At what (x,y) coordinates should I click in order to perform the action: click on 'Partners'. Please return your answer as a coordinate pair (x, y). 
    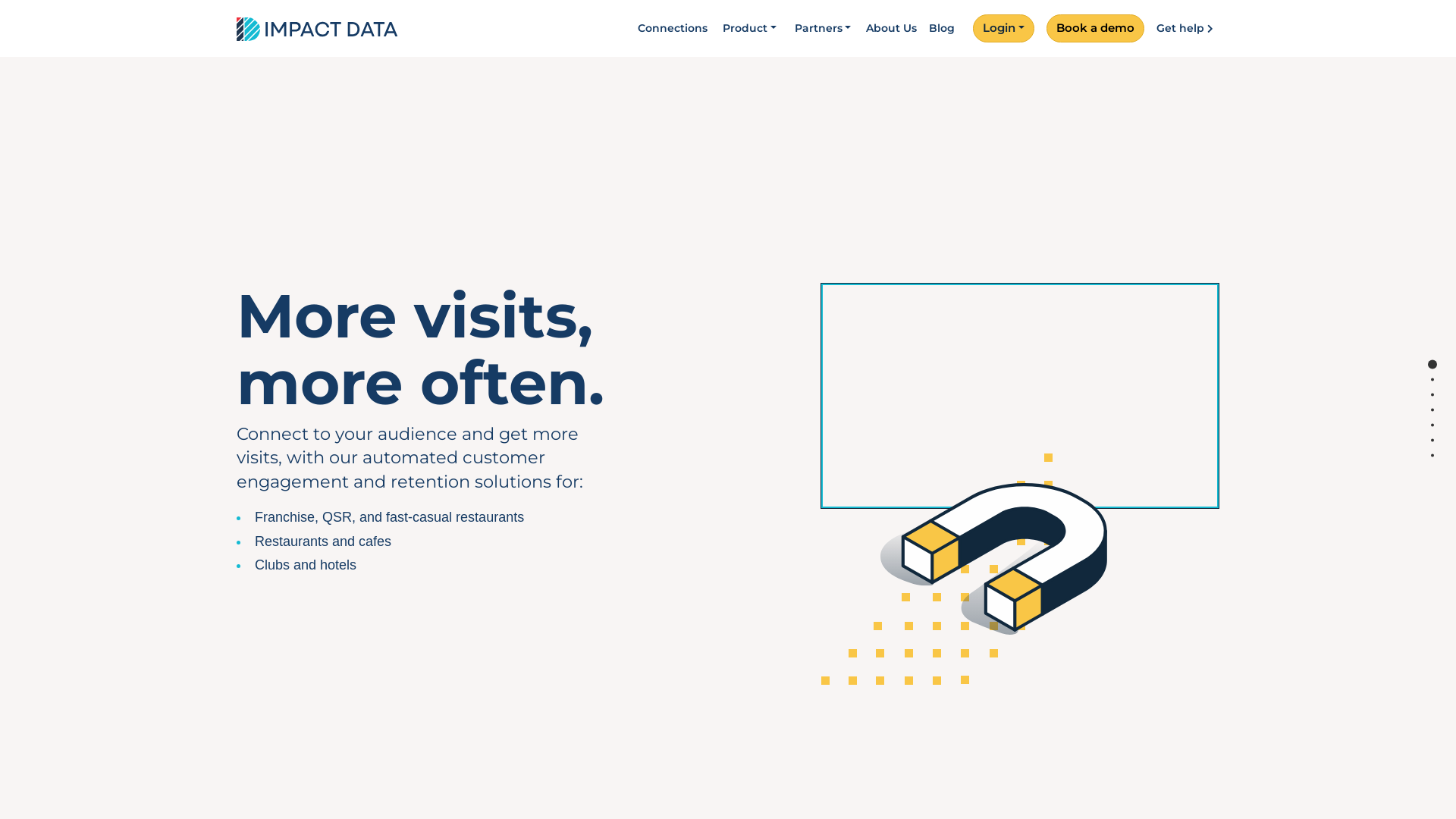
    Looking at the image, I should click on (822, 28).